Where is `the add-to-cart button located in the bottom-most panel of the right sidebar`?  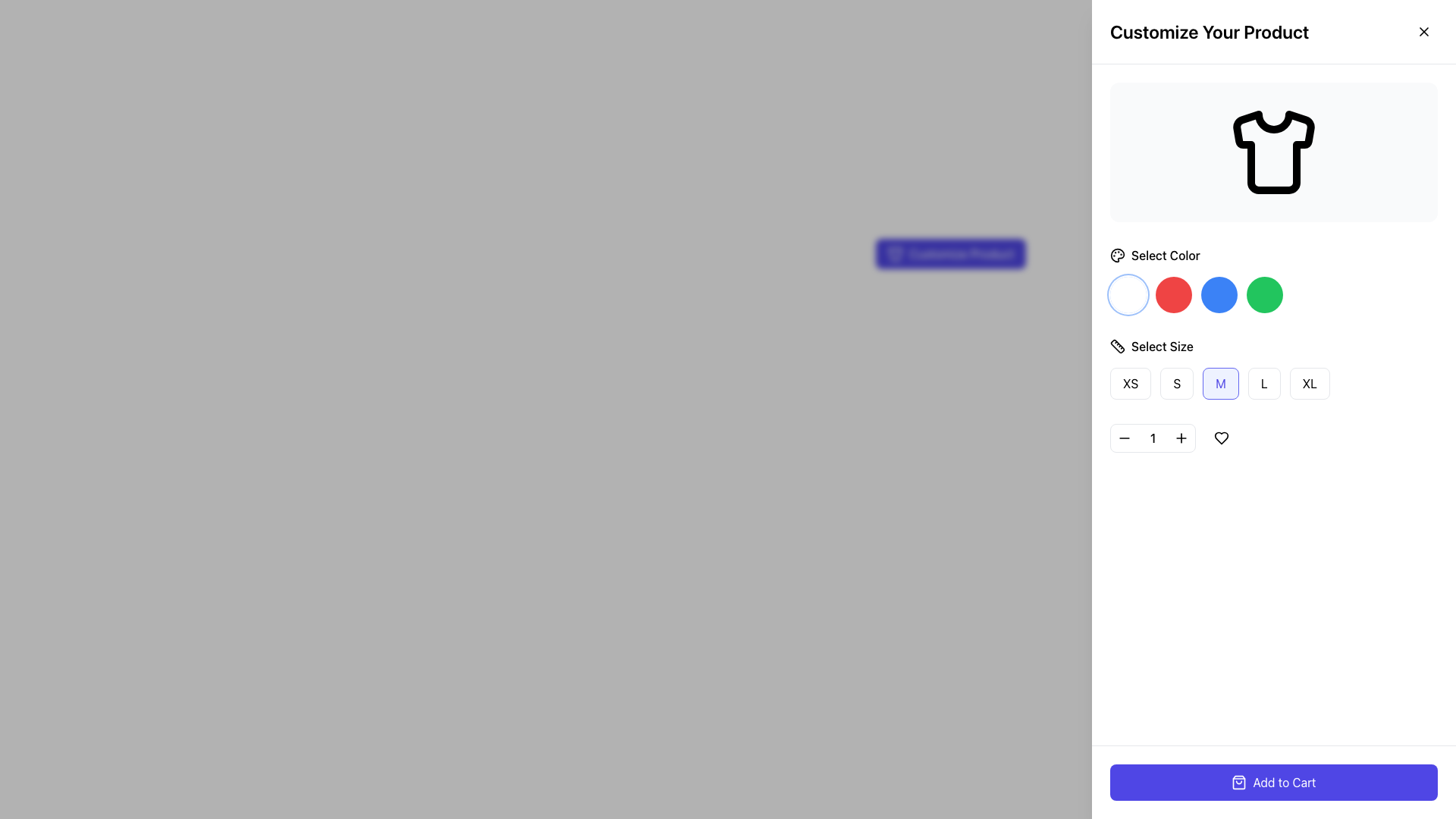
the add-to-cart button located in the bottom-most panel of the right sidebar is located at coordinates (1274, 783).